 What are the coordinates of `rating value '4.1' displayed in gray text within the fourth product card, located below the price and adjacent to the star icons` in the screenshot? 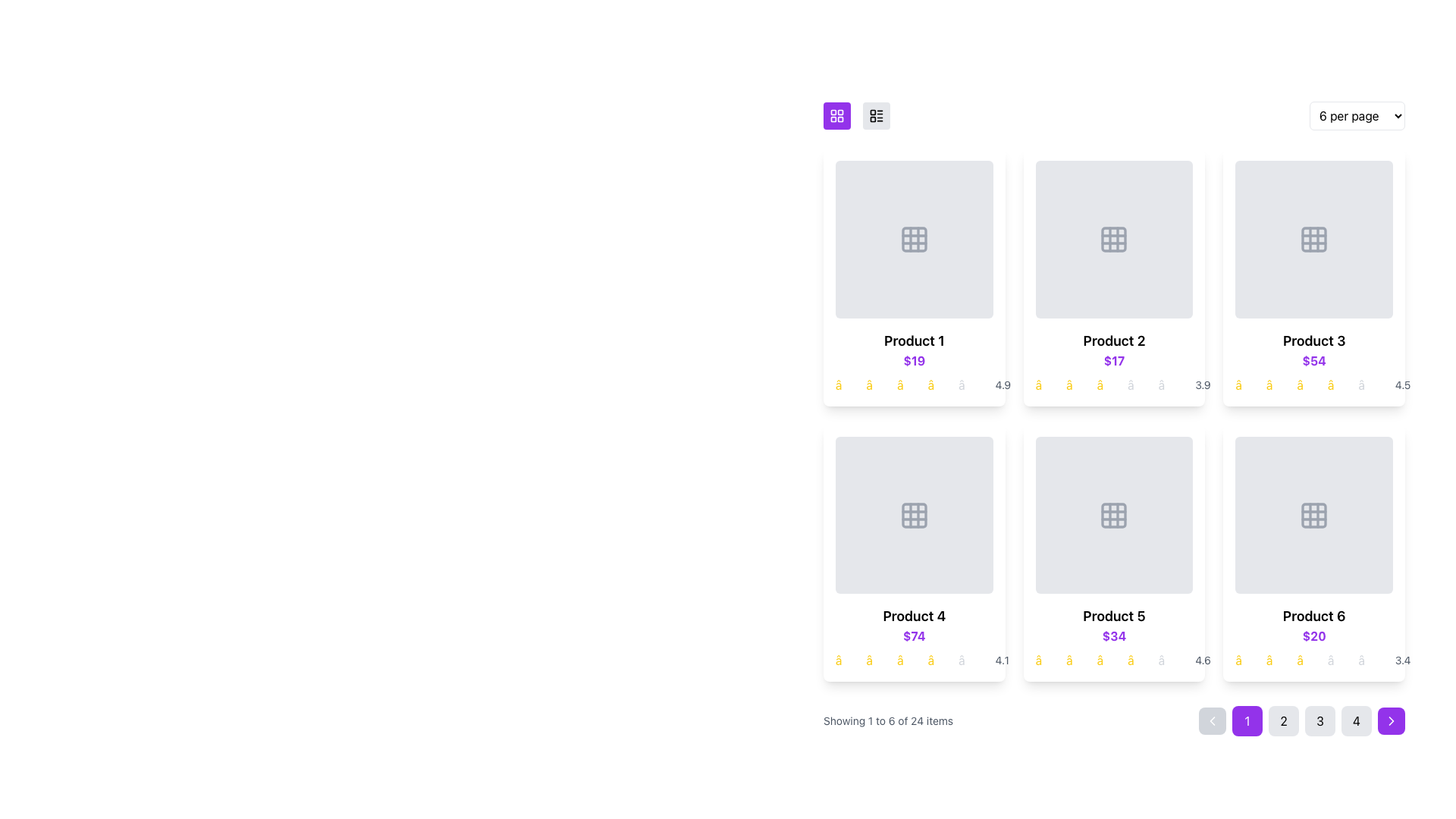 It's located at (1002, 660).